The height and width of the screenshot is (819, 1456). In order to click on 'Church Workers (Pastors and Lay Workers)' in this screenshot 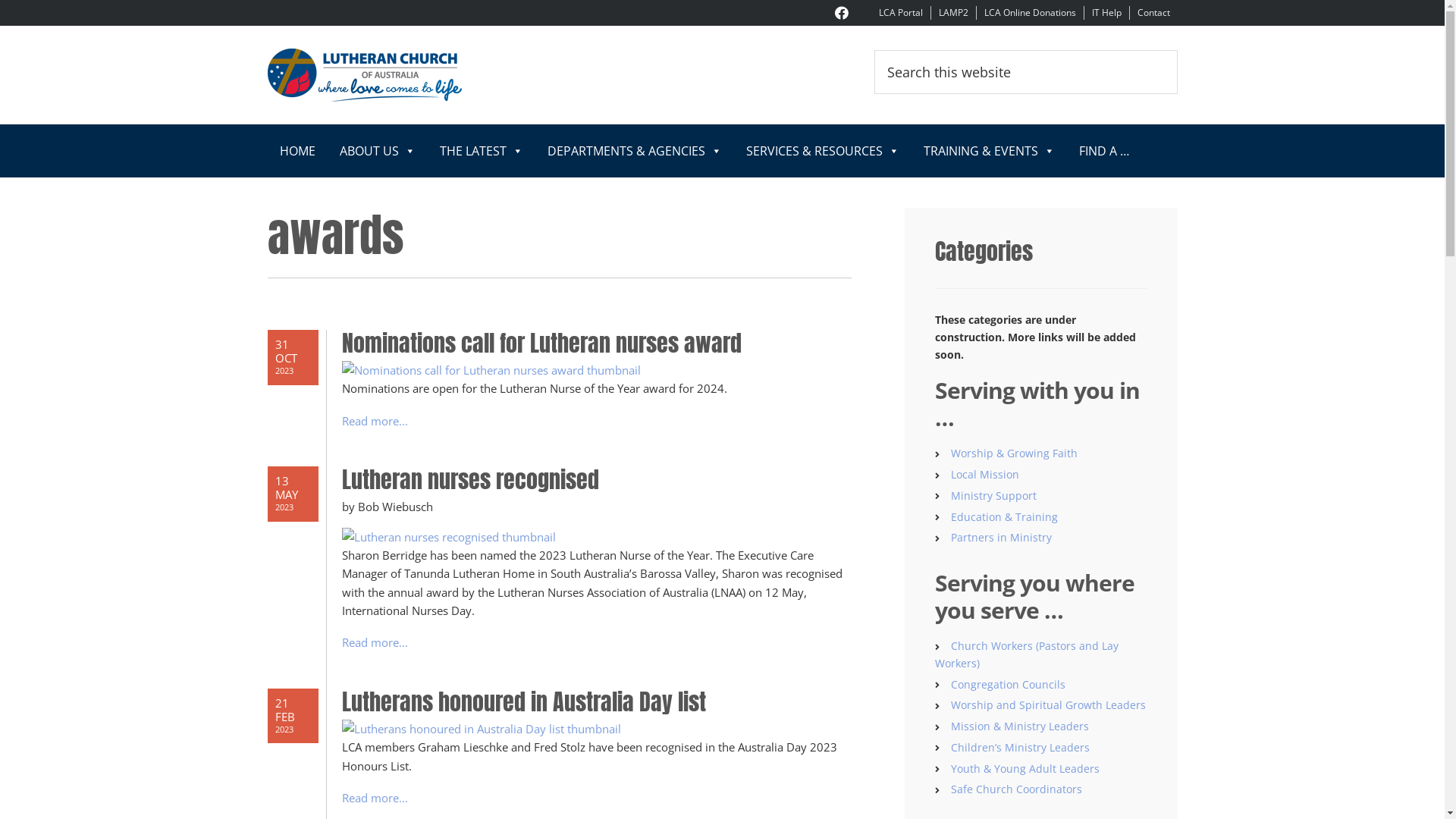, I will do `click(934, 654)`.